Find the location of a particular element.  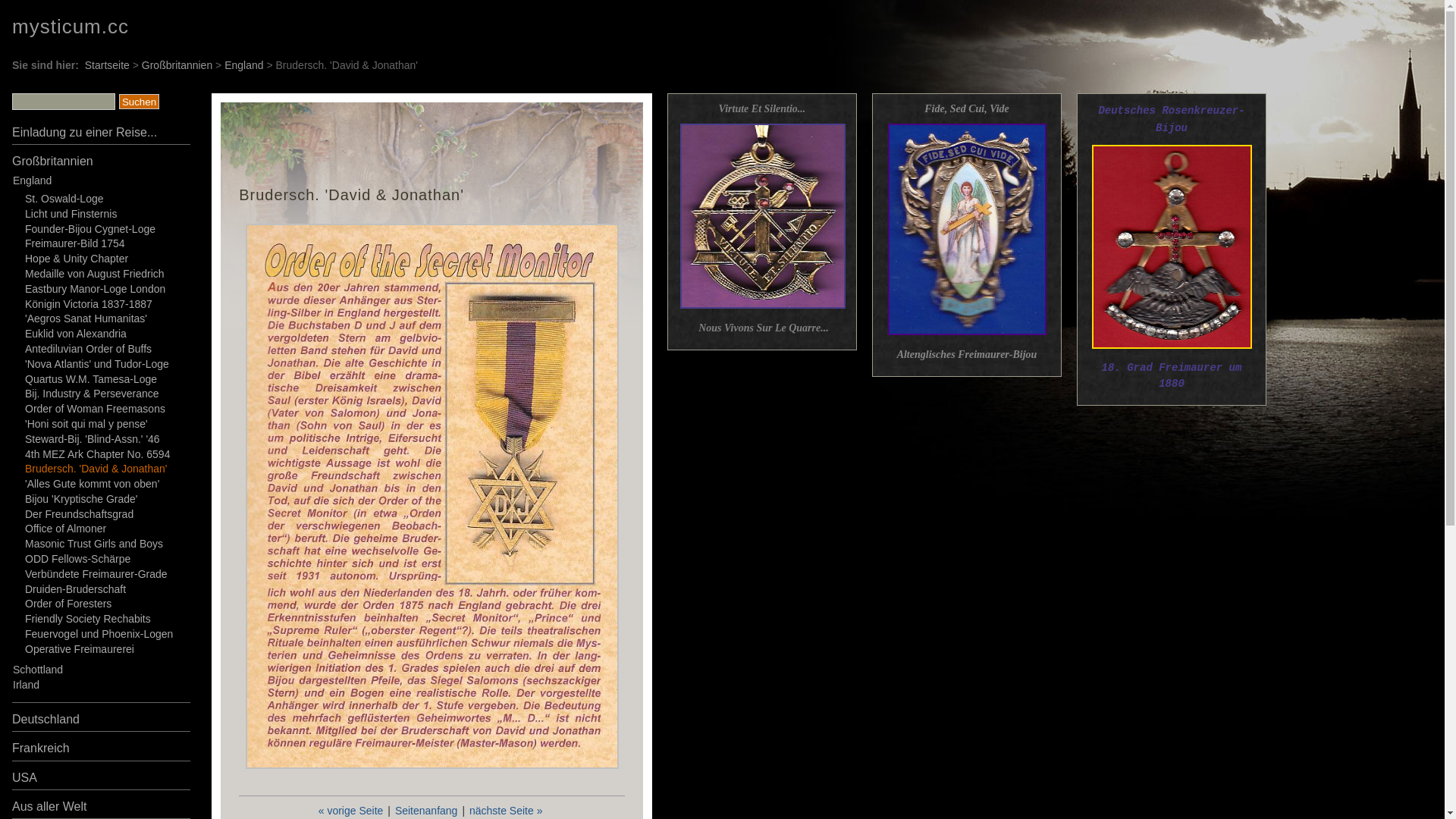

'Altenglisches Freimaurer-Bijou 1914' is located at coordinates (965, 229).